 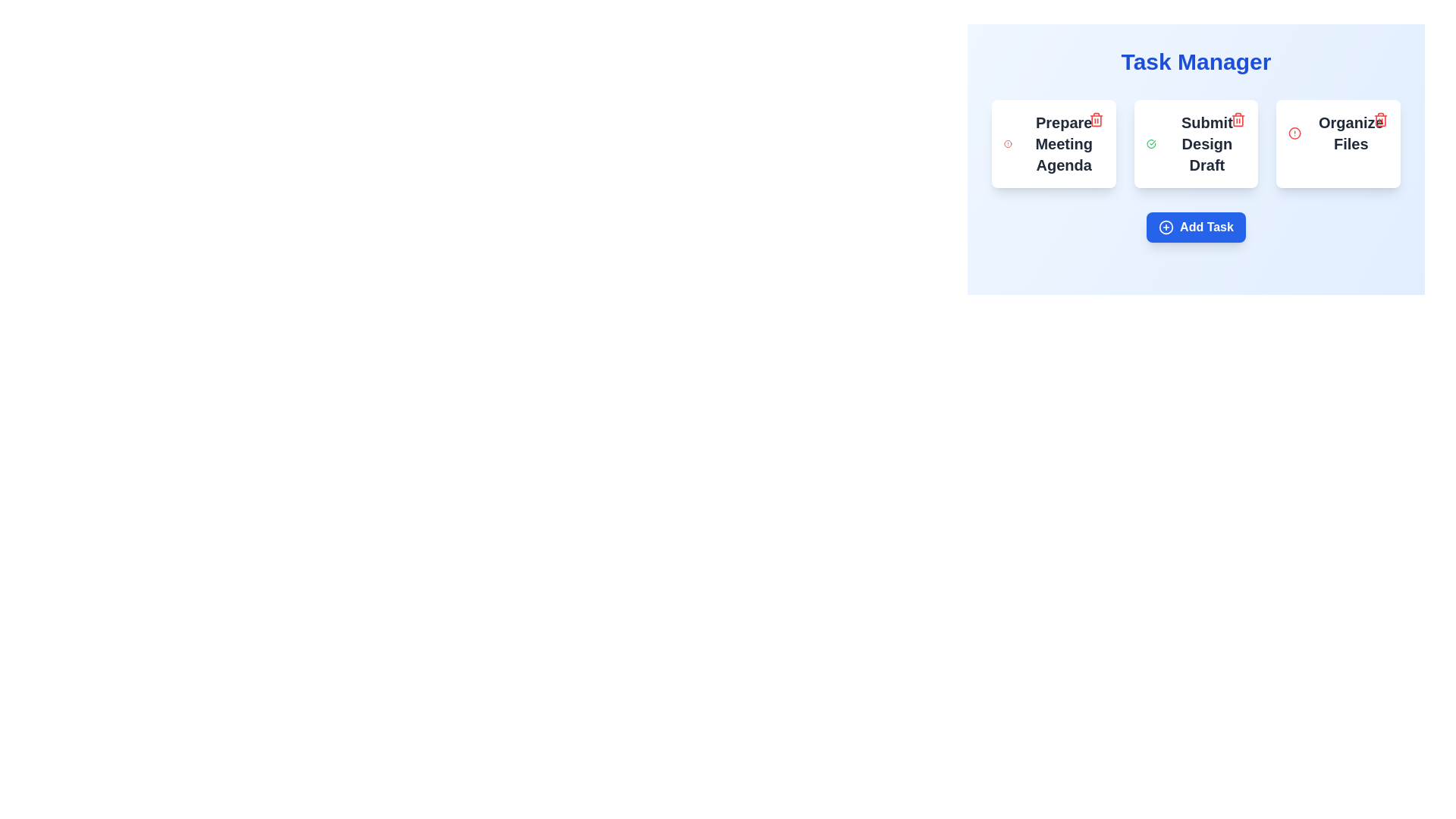 I want to click on the trashcan icon located at the top-right corner of the 'Organize Files' card, so click(x=1380, y=119).